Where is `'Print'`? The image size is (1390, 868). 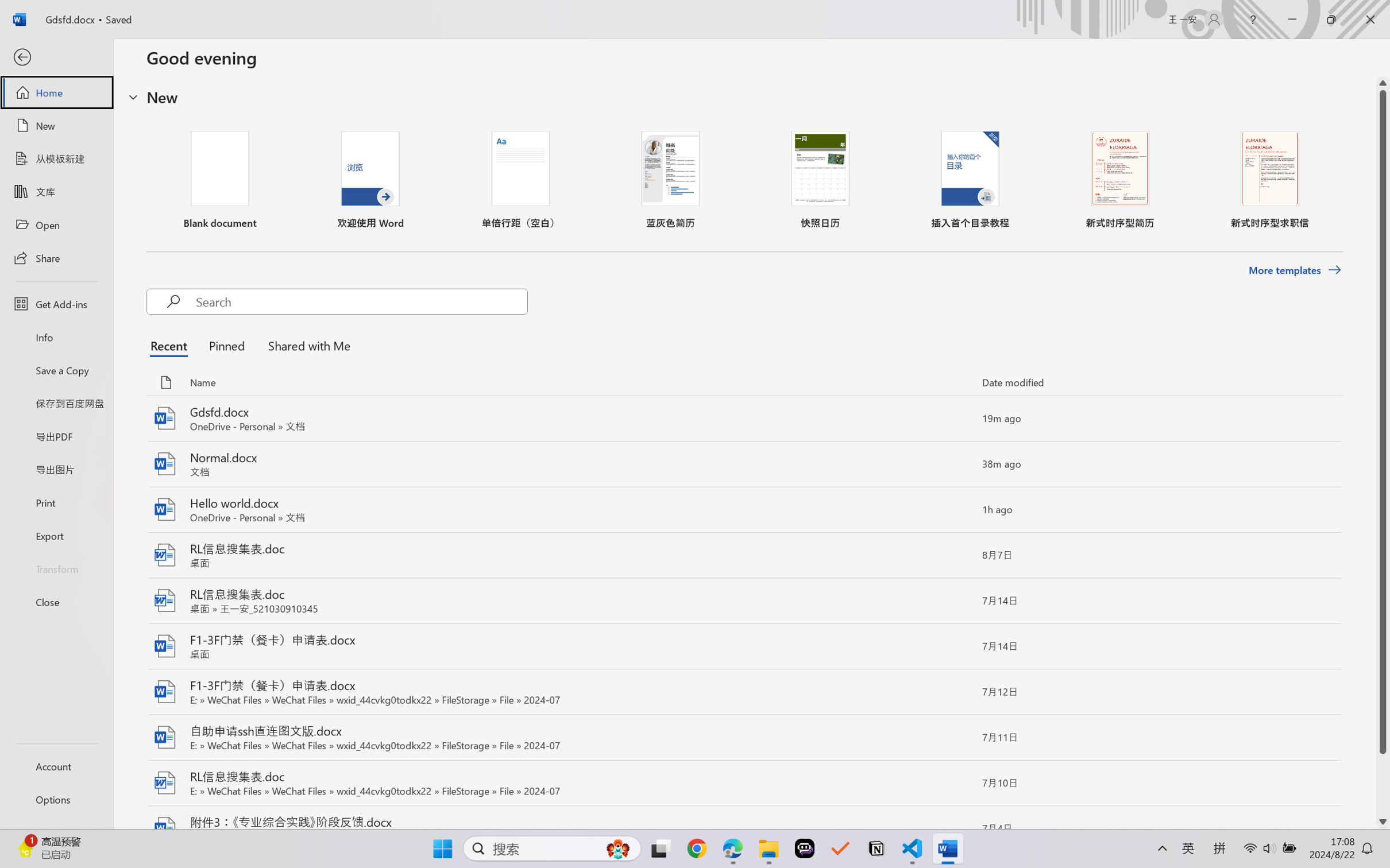 'Print' is located at coordinates (56, 502).